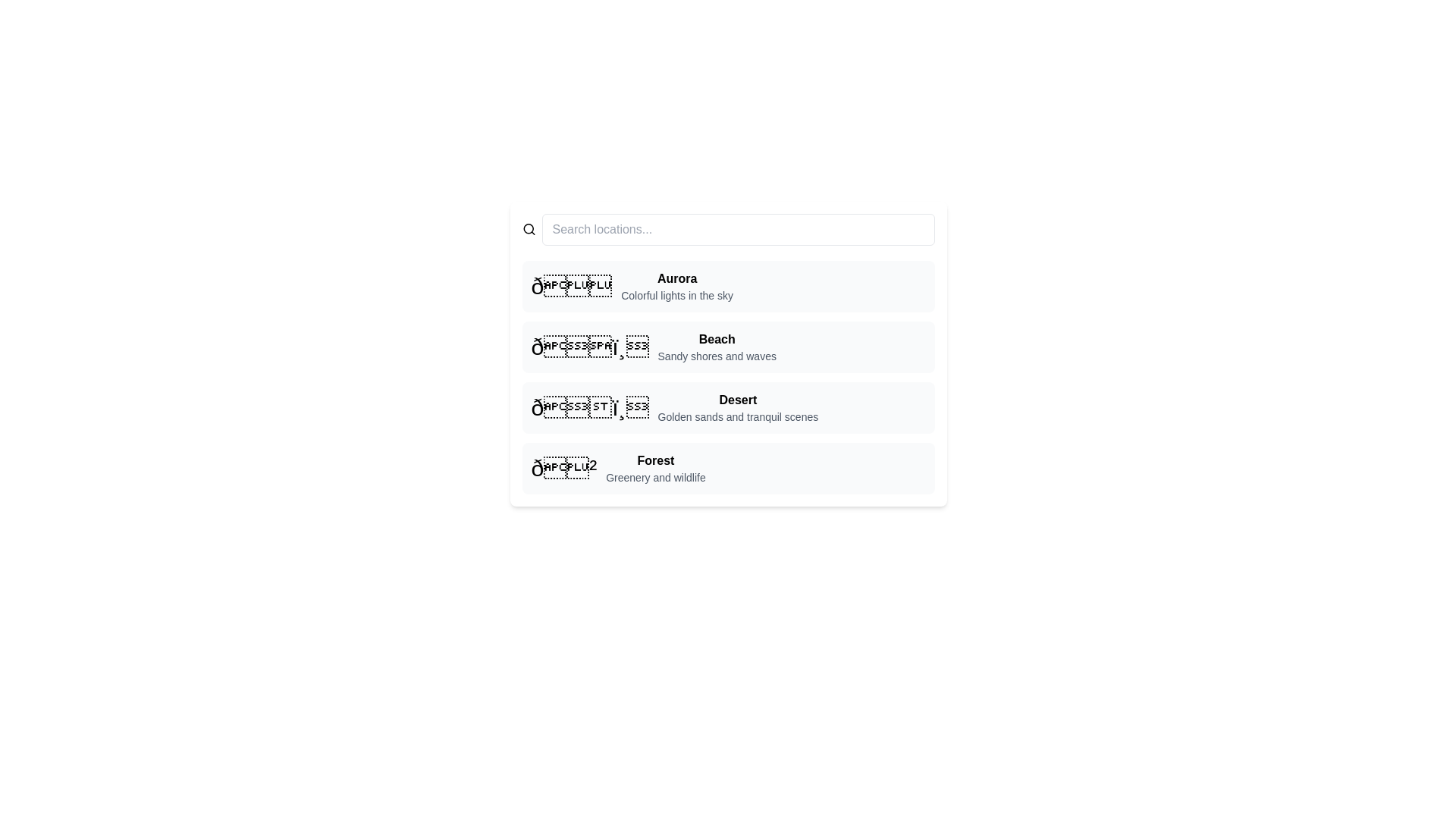 The width and height of the screenshot is (1456, 819). Describe the element at coordinates (738, 406) in the screenshot. I see `the descriptive text block associated with the 'Desert' category` at that location.